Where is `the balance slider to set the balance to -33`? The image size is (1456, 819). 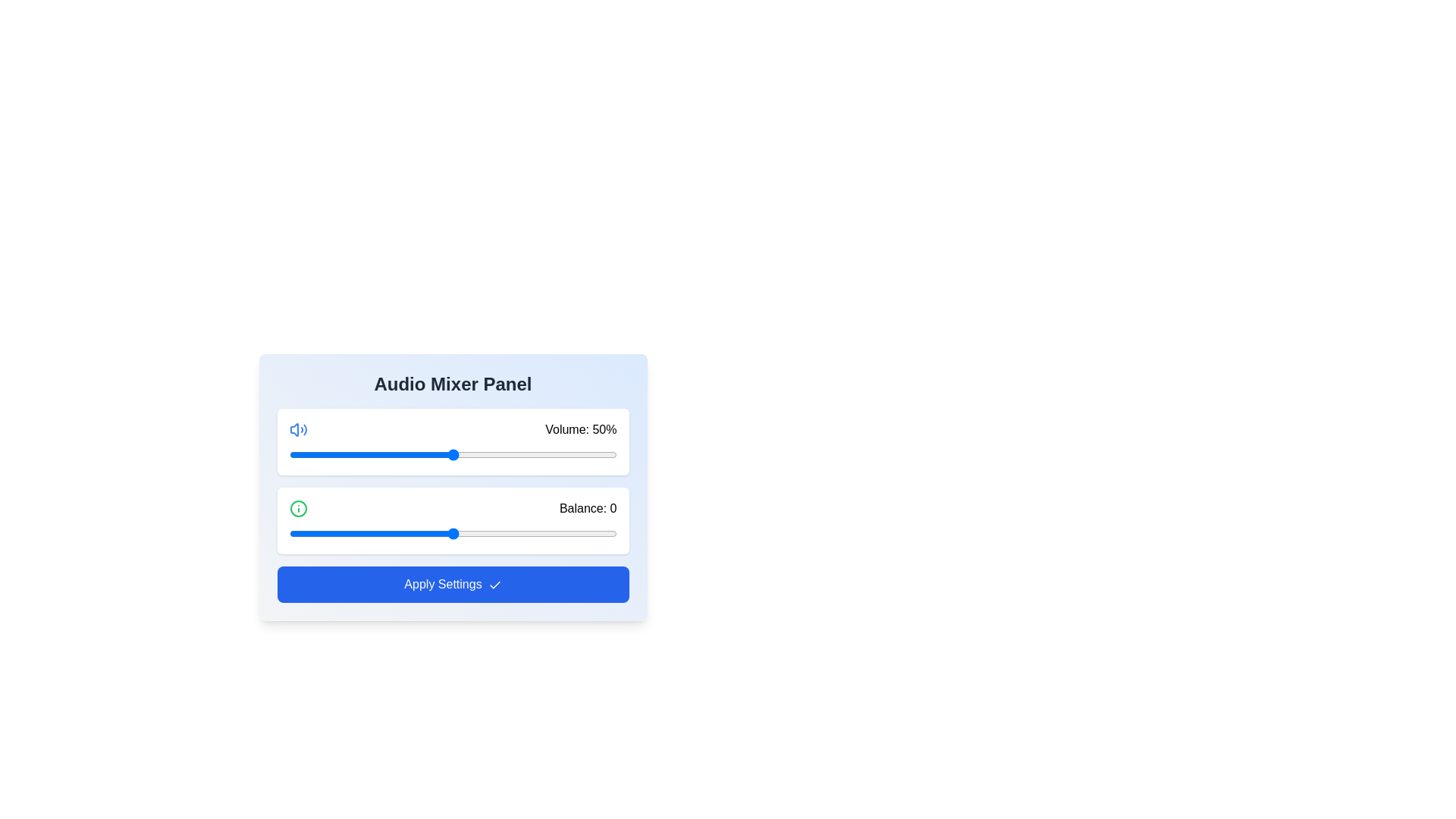 the balance slider to set the balance to -33 is located at coordinates (344, 533).